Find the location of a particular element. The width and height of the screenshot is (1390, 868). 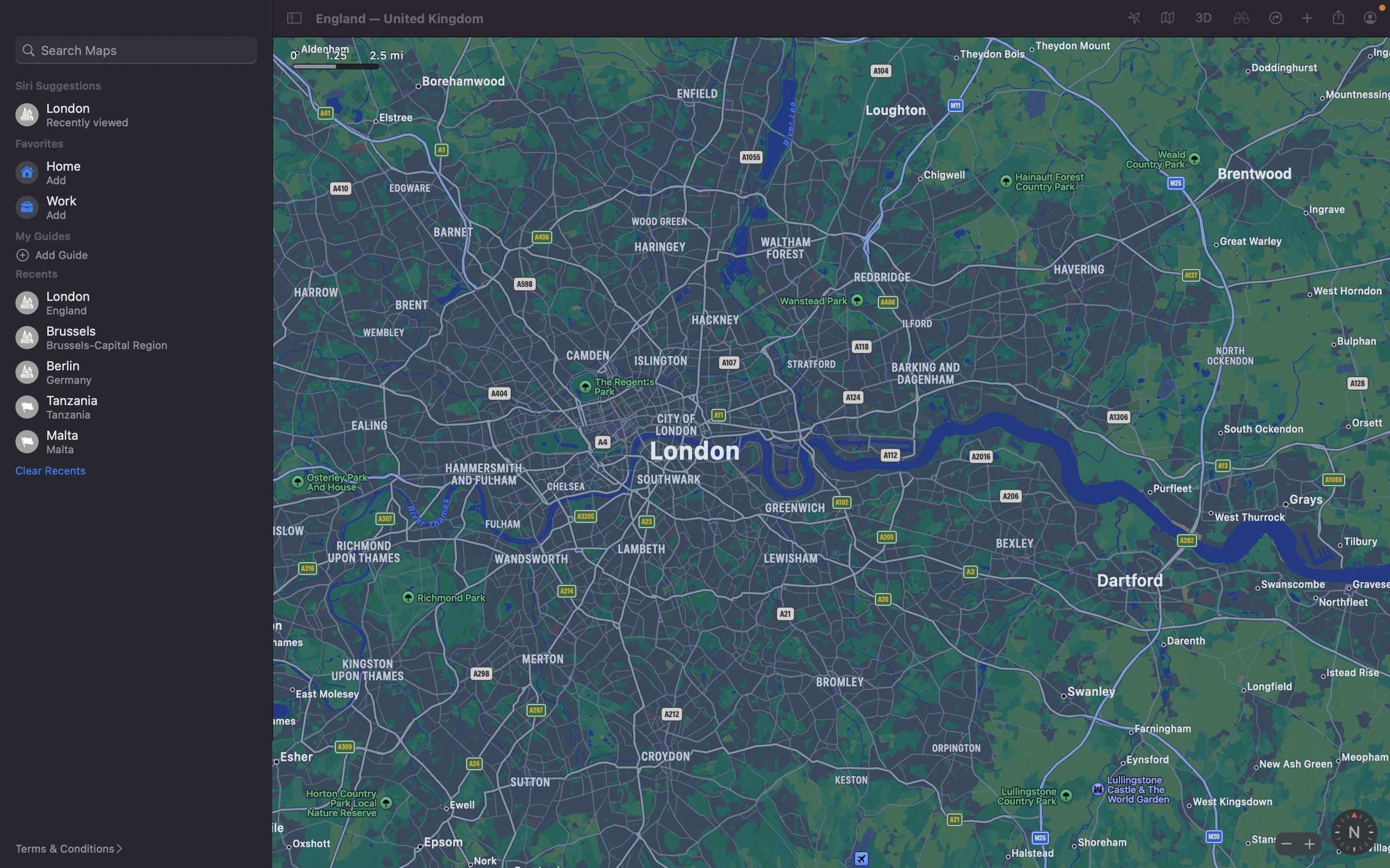

Mark your current geographical position on the map is located at coordinates (1134, 18).